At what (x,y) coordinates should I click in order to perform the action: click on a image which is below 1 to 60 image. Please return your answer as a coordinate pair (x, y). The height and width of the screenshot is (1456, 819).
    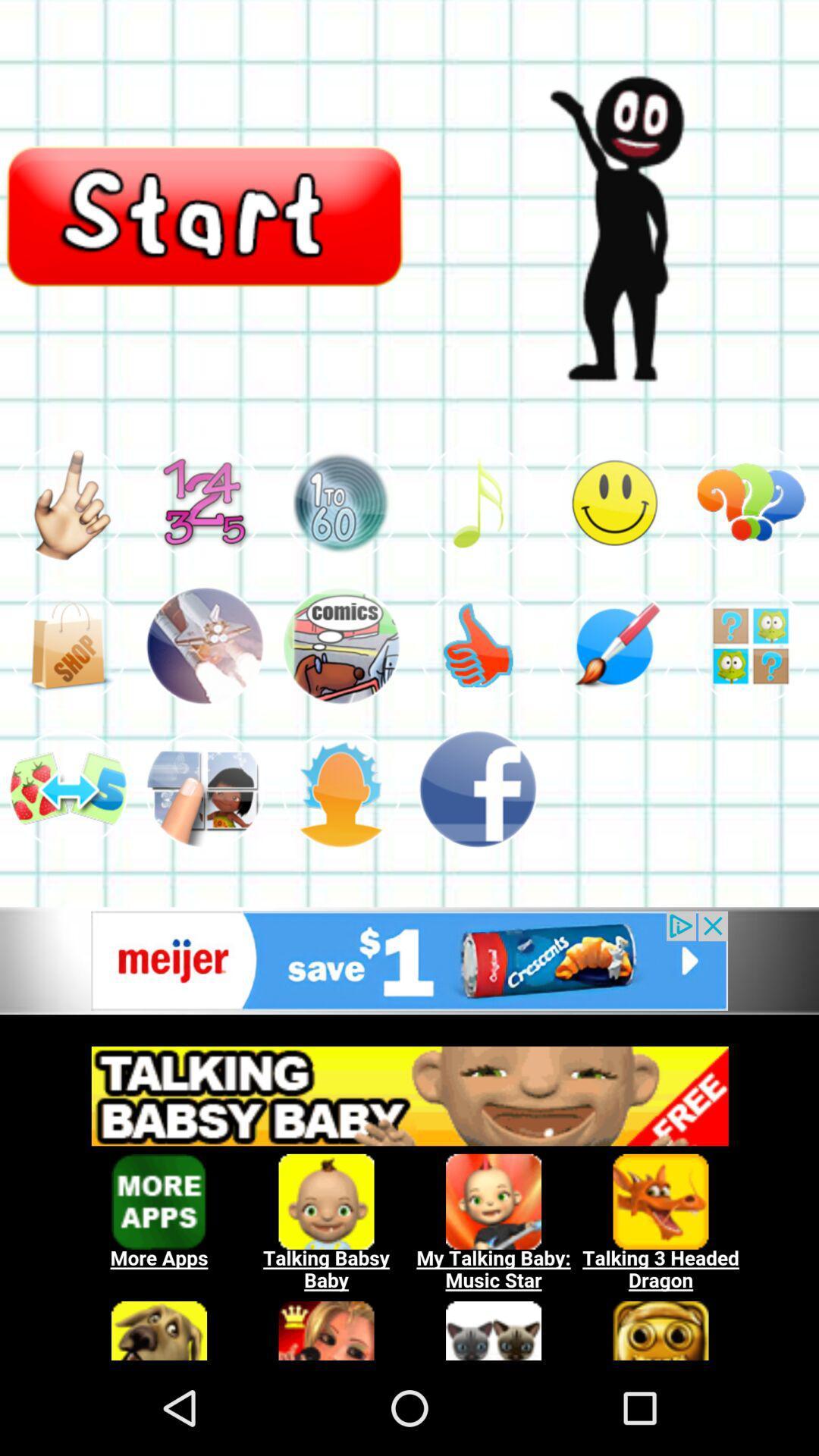
    Looking at the image, I should click on (341, 646).